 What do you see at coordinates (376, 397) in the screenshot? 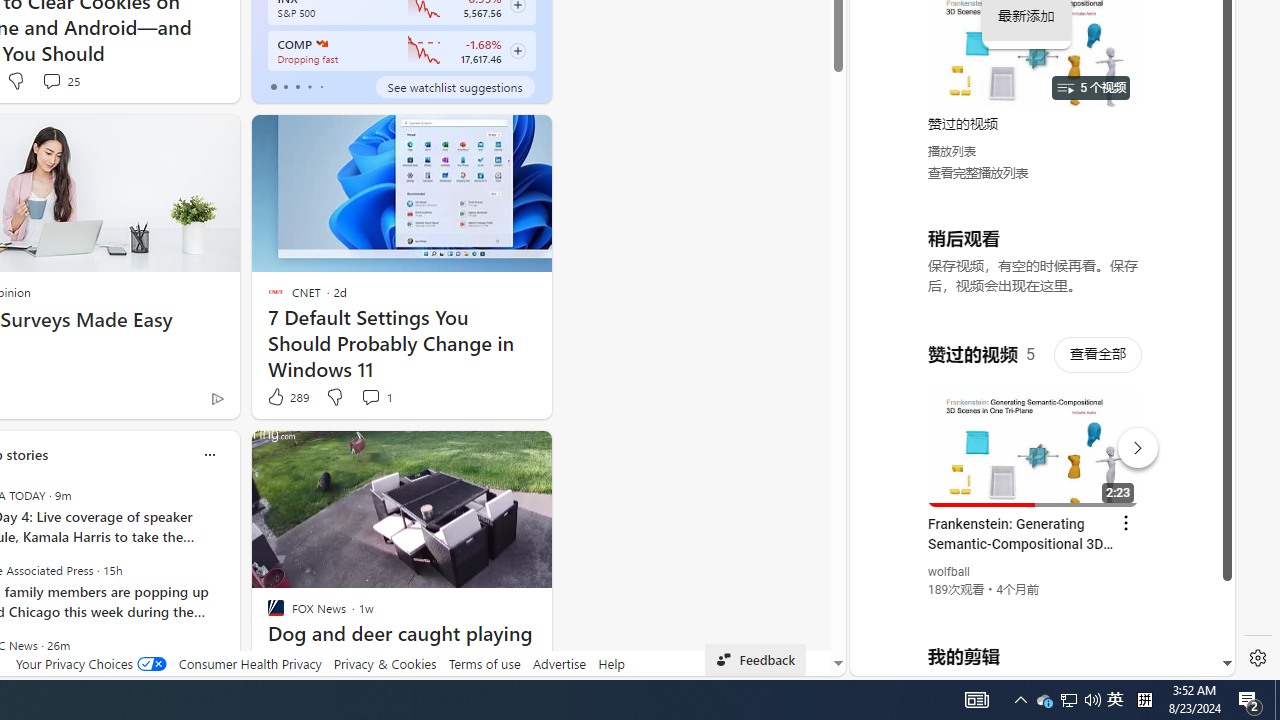
I see `'View comments 1 Comment'` at bounding box center [376, 397].